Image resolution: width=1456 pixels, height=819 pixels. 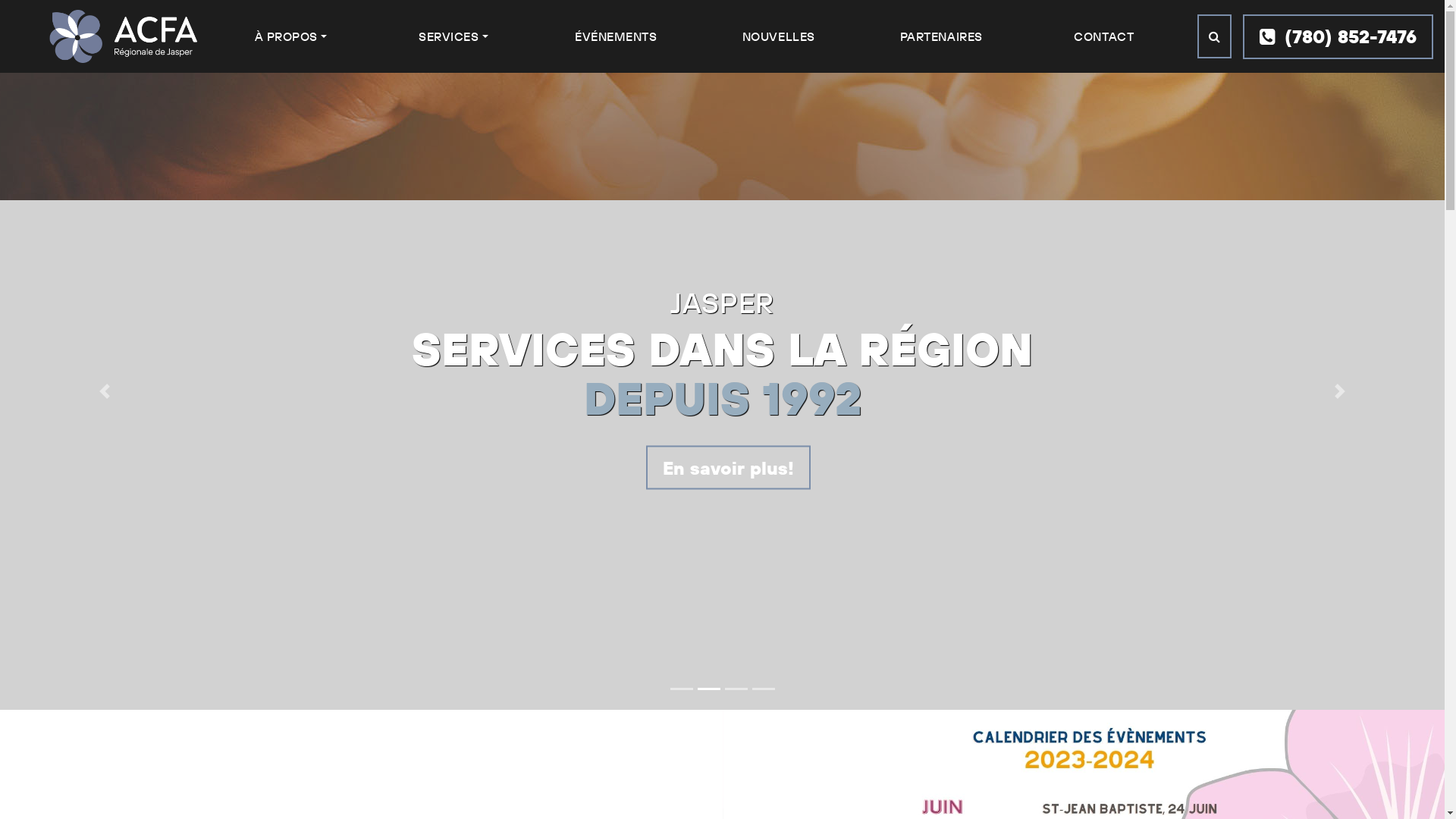 What do you see at coordinates (940, 35) in the screenshot?
I see `'PARTENAIRES'` at bounding box center [940, 35].